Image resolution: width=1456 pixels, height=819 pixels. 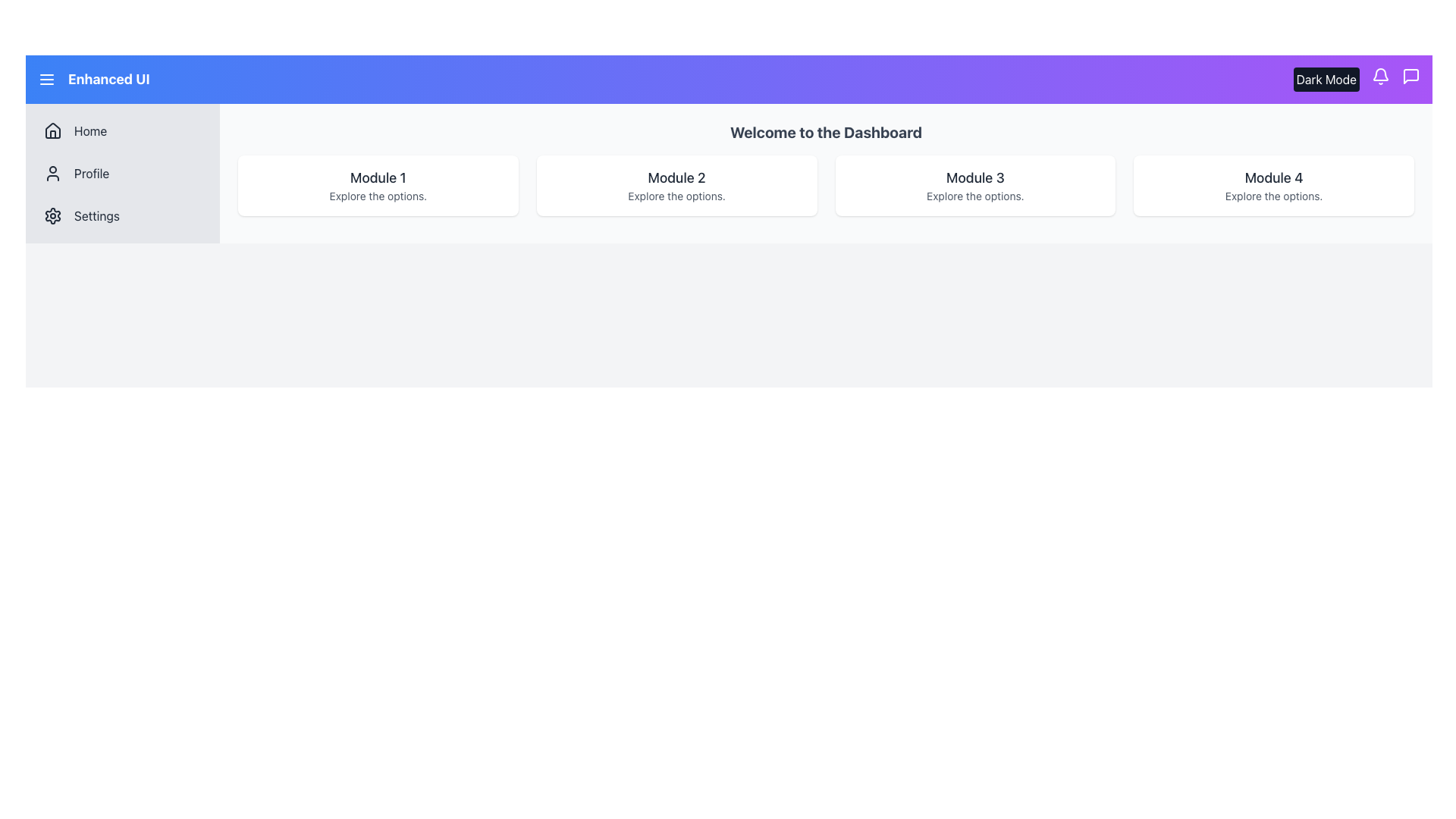 What do you see at coordinates (89, 130) in the screenshot?
I see `the 'Home' text label in the vertical navigation menu` at bounding box center [89, 130].